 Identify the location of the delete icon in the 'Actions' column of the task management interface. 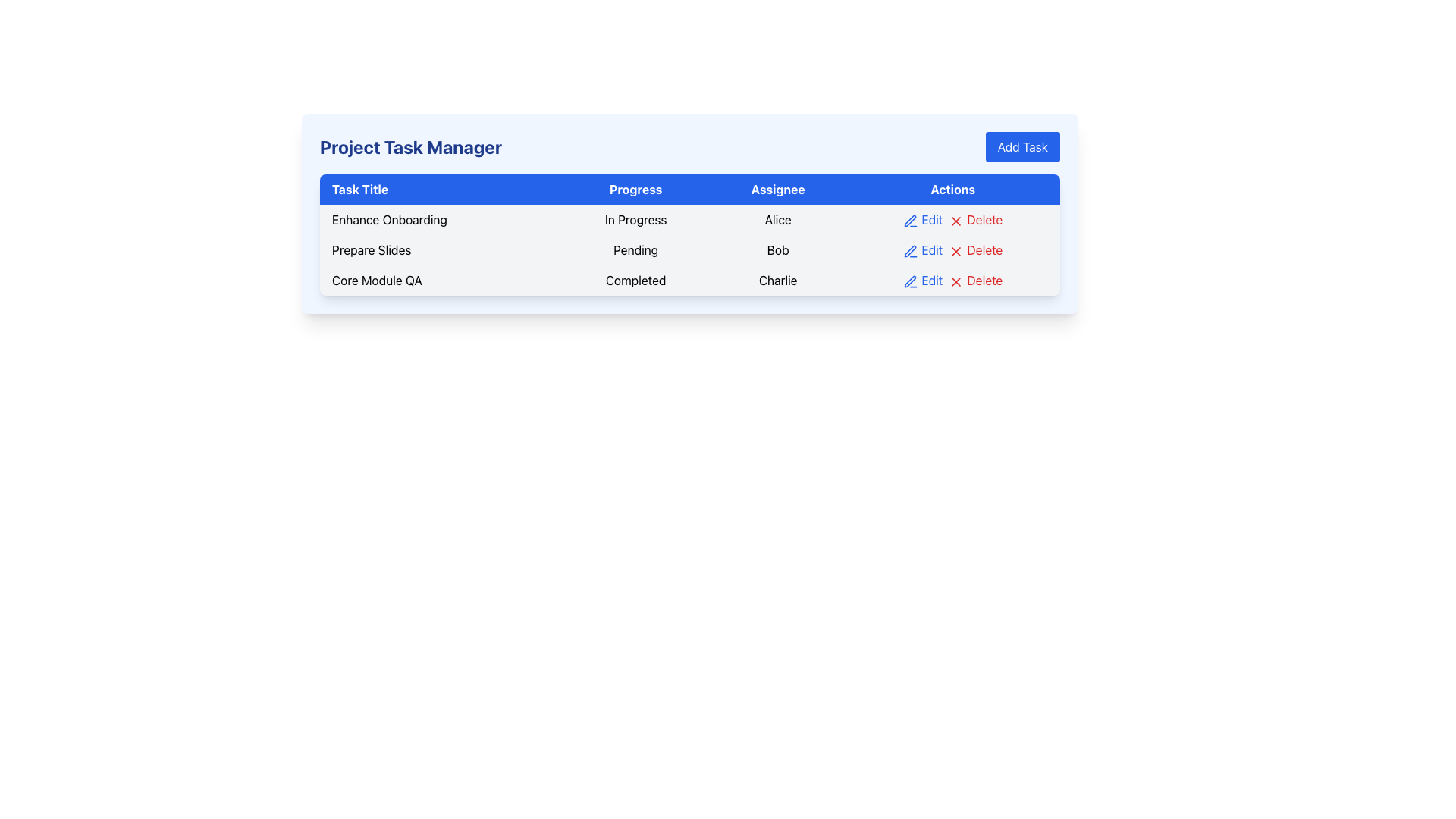
(955, 221).